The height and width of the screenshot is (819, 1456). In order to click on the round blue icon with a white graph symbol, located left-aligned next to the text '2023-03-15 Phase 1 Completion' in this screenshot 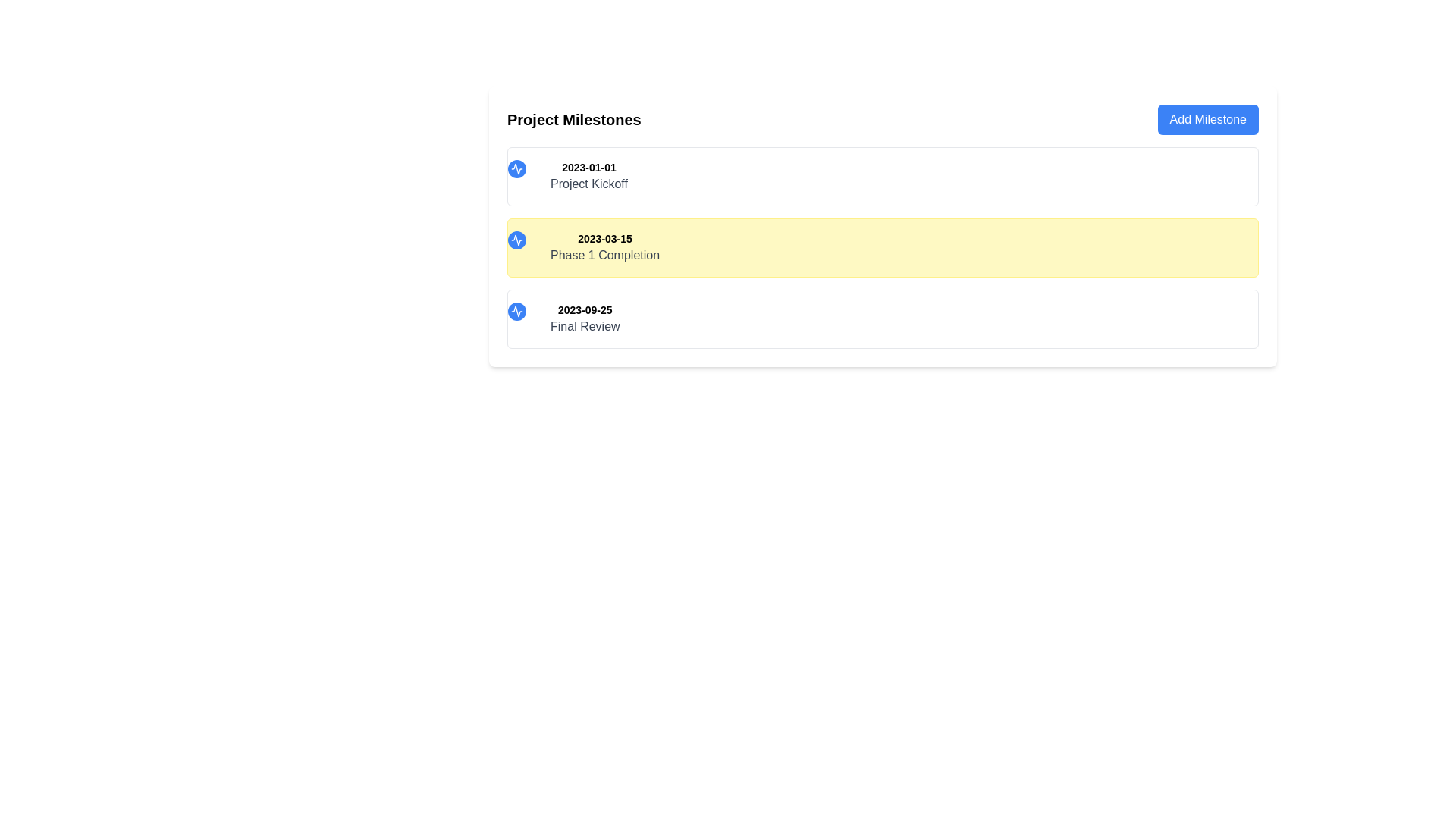, I will do `click(516, 239)`.